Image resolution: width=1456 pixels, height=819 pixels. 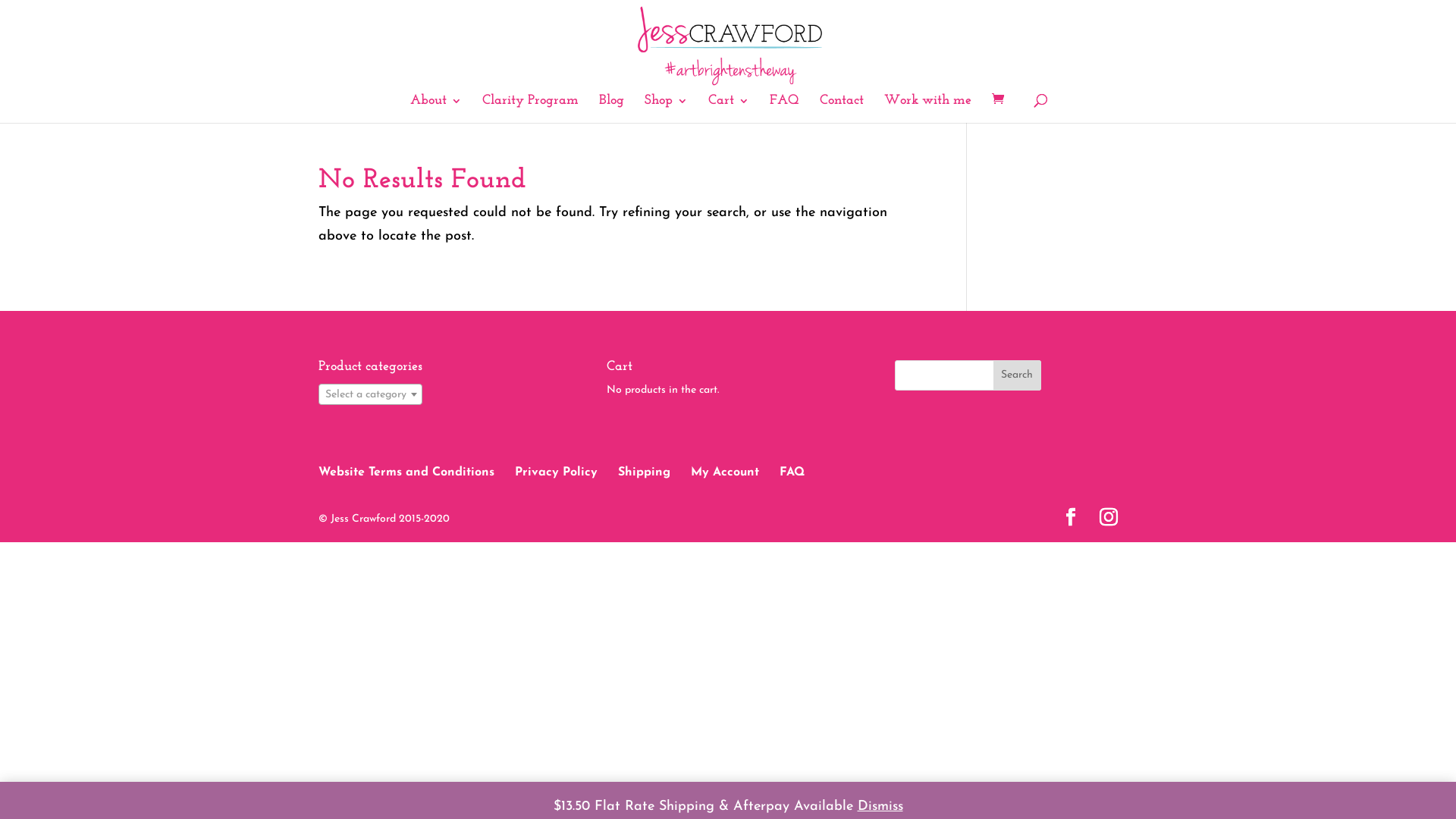 What do you see at coordinates (840, 108) in the screenshot?
I see `'Contact'` at bounding box center [840, 108].